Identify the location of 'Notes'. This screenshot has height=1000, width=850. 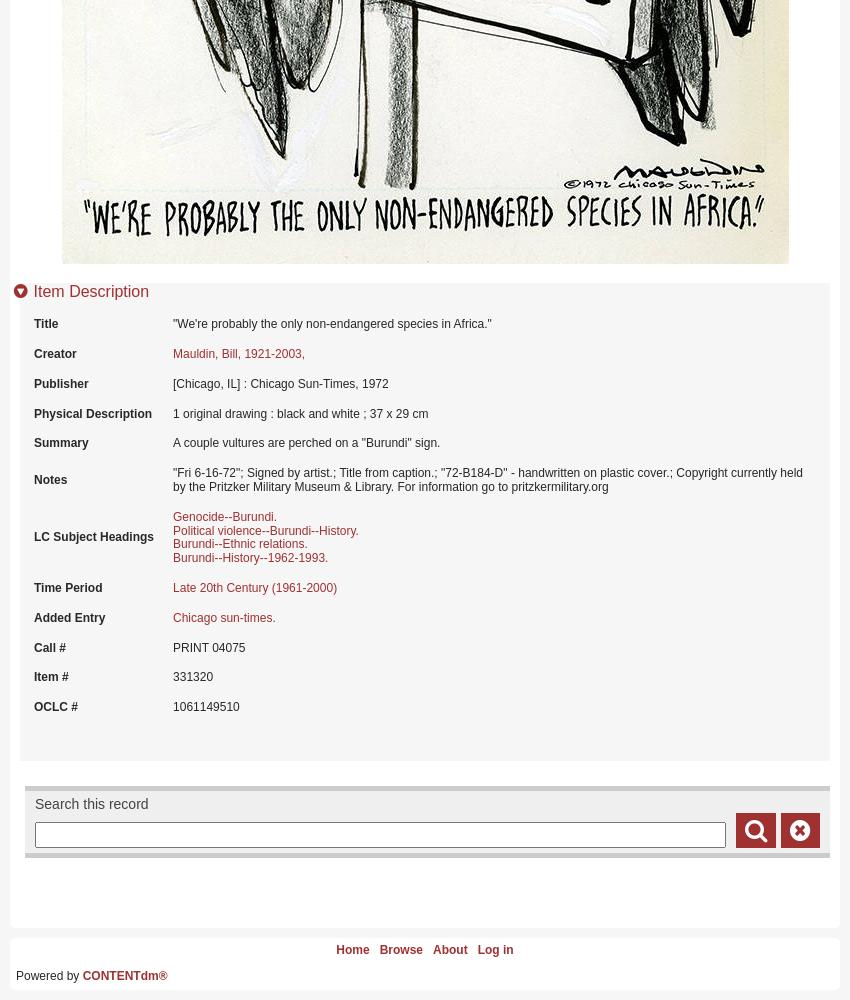
(50, 479).